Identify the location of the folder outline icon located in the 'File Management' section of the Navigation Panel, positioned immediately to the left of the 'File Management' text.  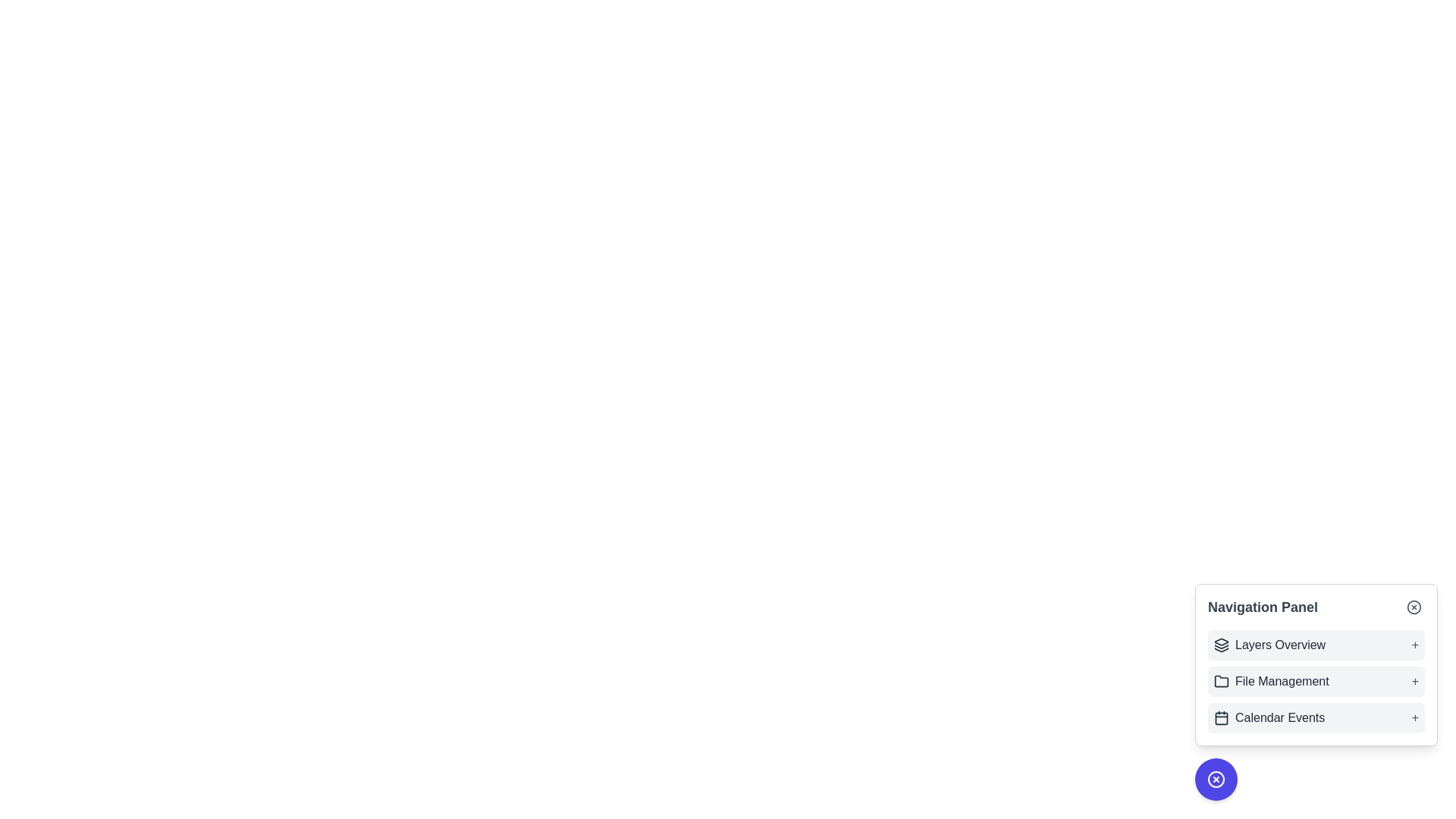
(1222, 680).